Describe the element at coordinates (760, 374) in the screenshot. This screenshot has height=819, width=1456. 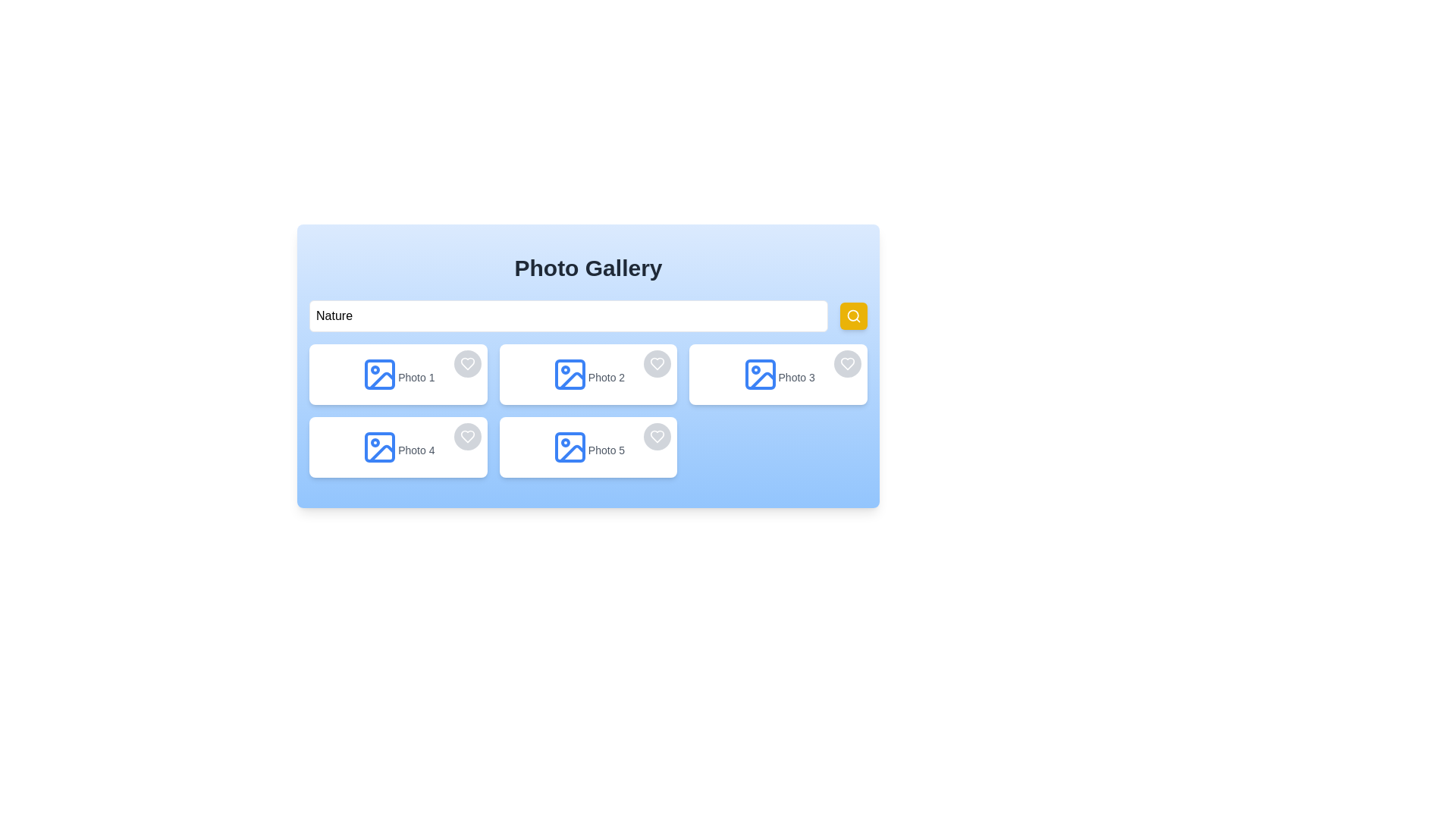
I see `the icon representing the 'Photo 3' tile in the photo gallery grid layout, located in the second row, third column` at that location.